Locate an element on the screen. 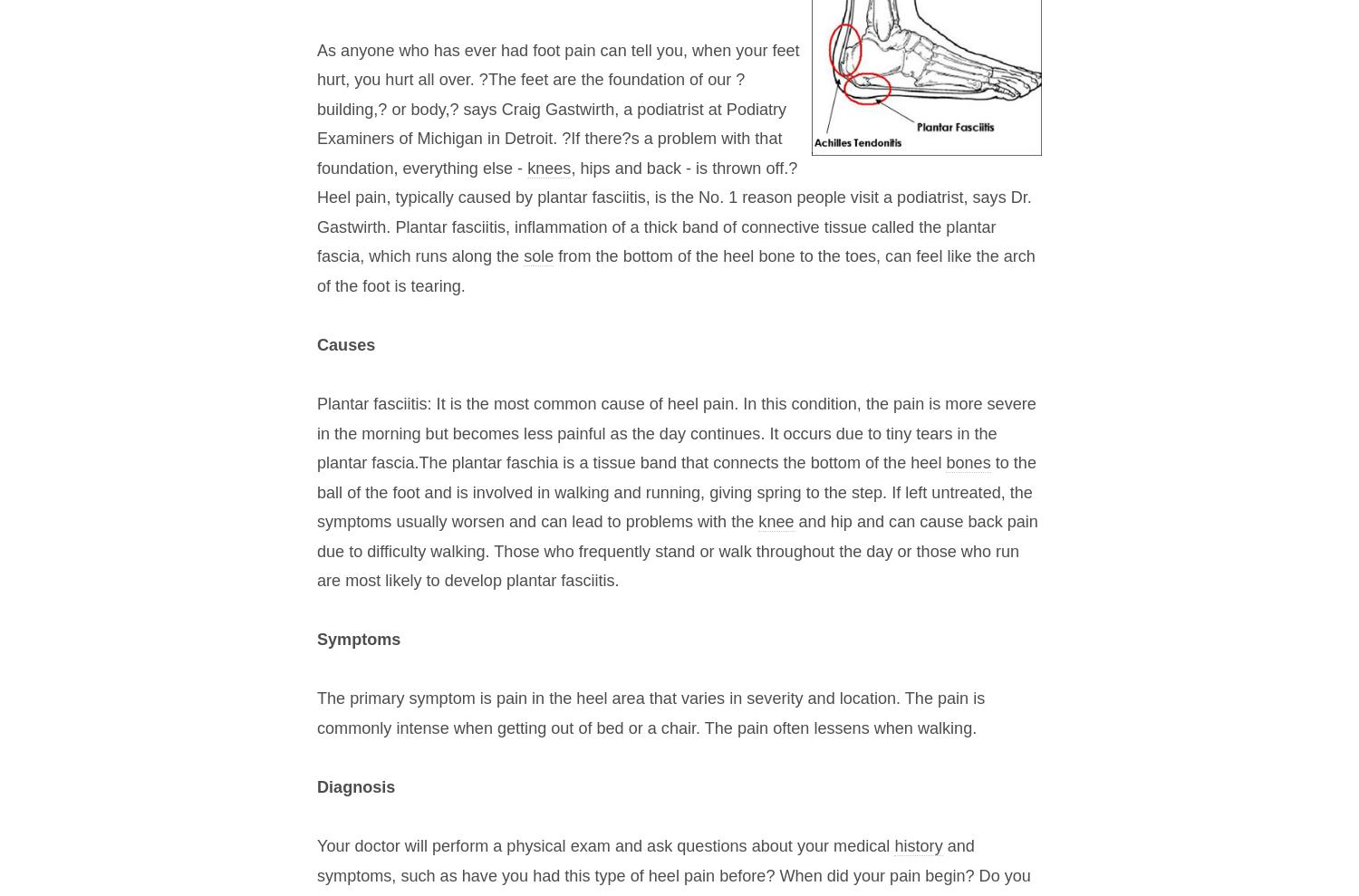 The height and width of the screenshot is (896, 1359). 'bones' is located at coordinates (967, 463).